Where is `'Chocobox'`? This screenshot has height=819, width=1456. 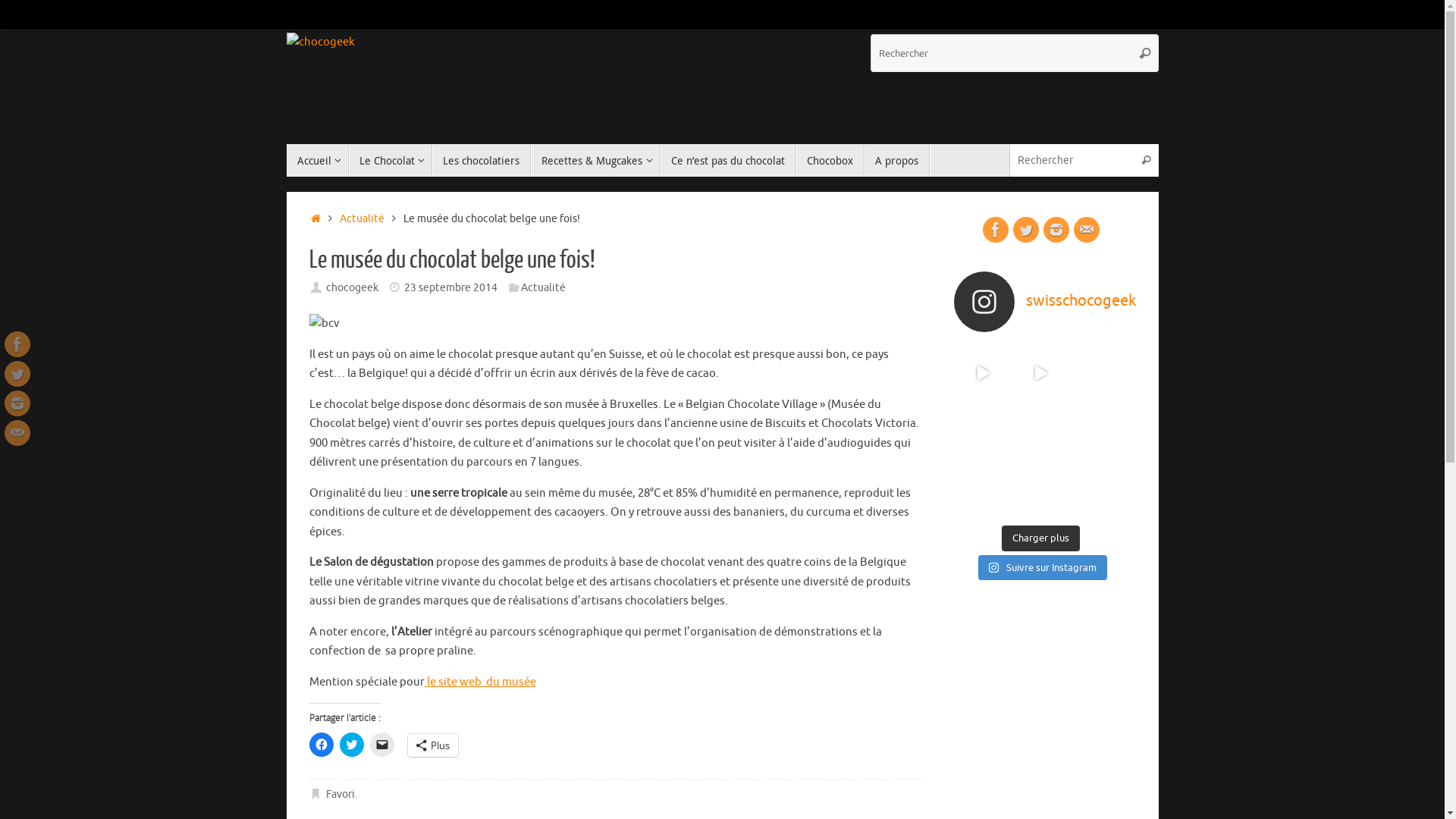 'Chocobox' is located at coordinates (795, 160).